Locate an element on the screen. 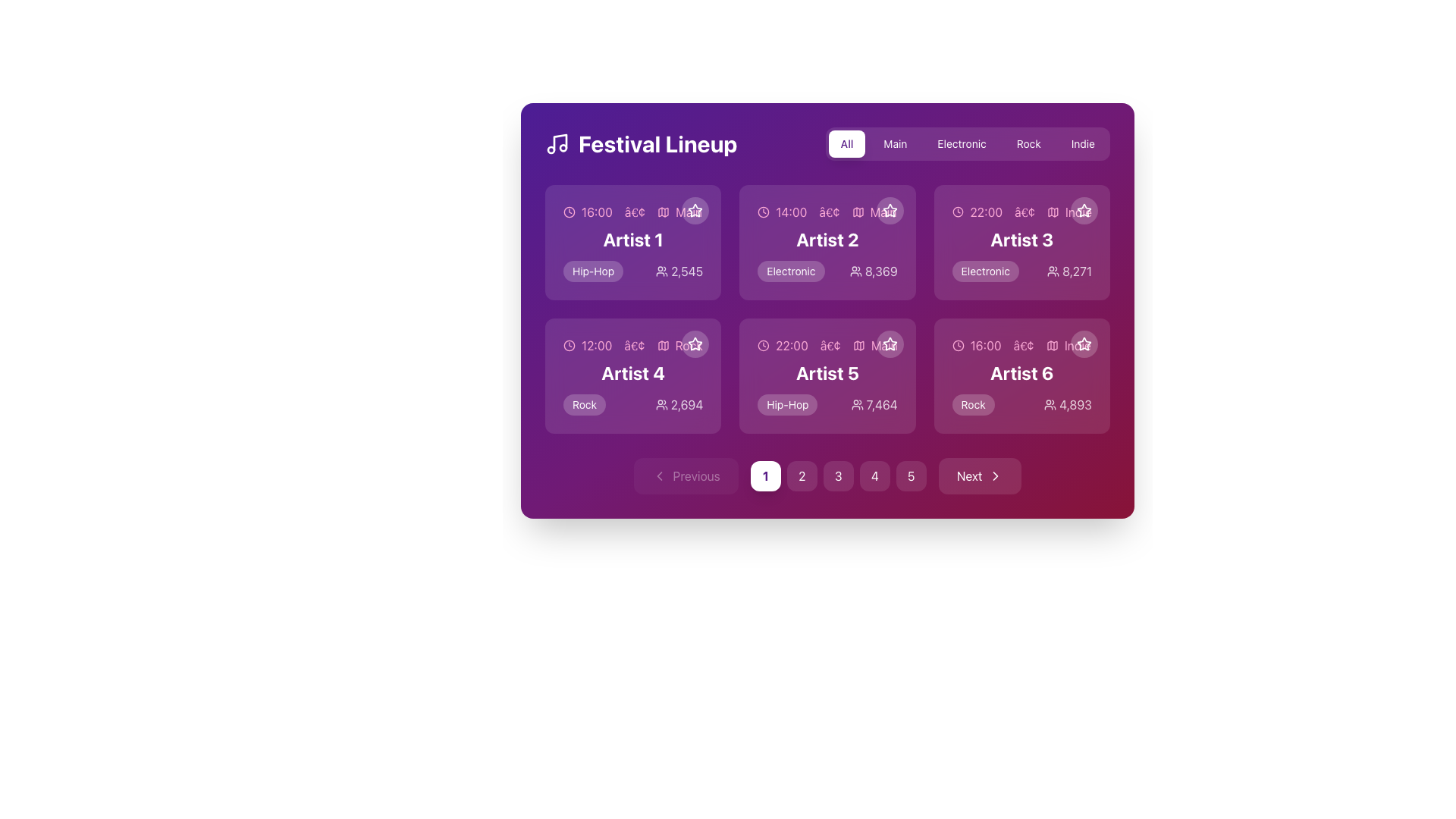 Image resolution: width=1456 pixels, height=819 pixels. the category information displayed in the 'Electronic' label, which is styled with a rounded background and appears within the card for 'Artist 3' in the third column of the grid is located at coordinates (985, 271).